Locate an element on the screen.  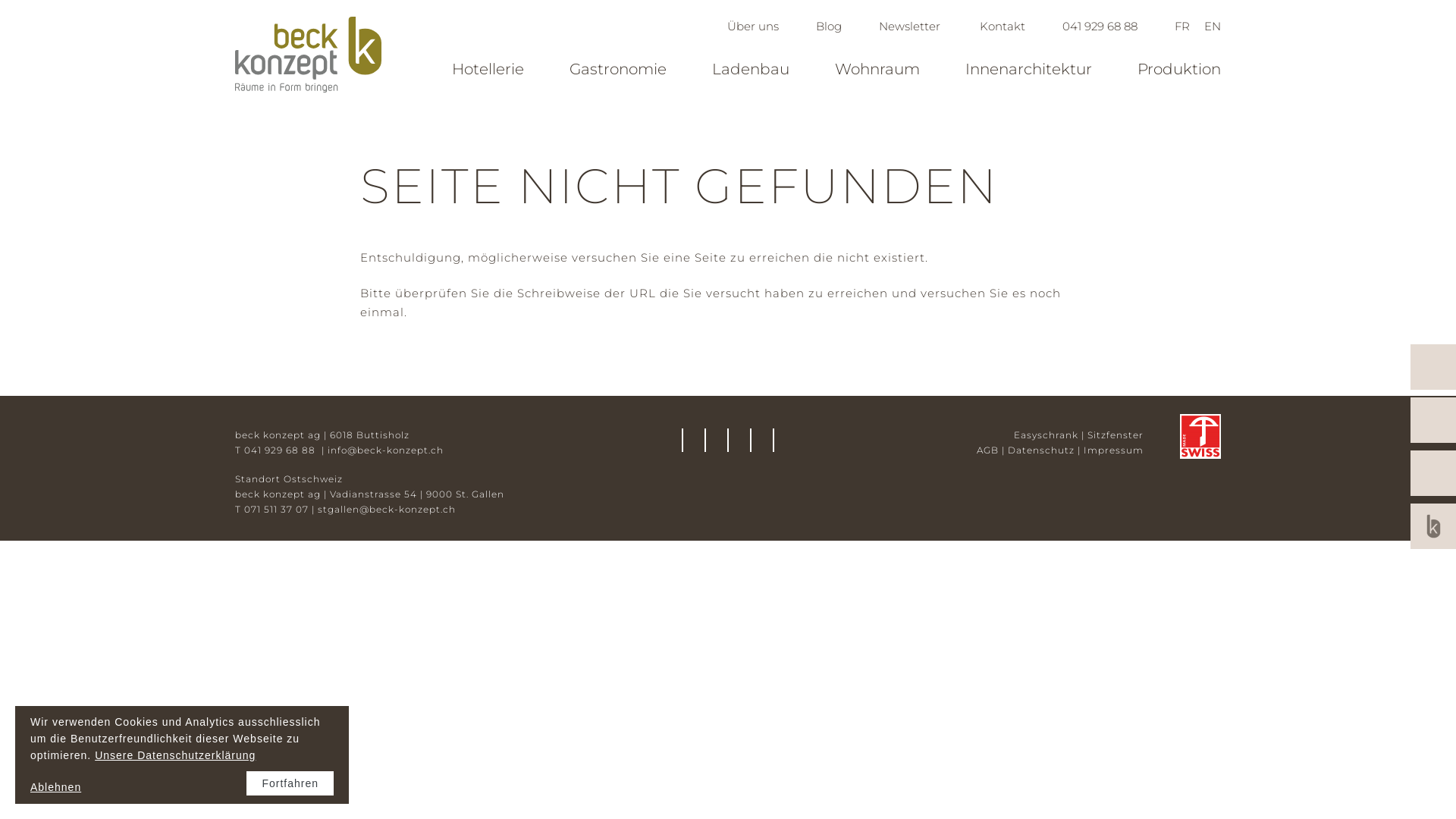
'Facebook' is located at coordinates (704, 443).